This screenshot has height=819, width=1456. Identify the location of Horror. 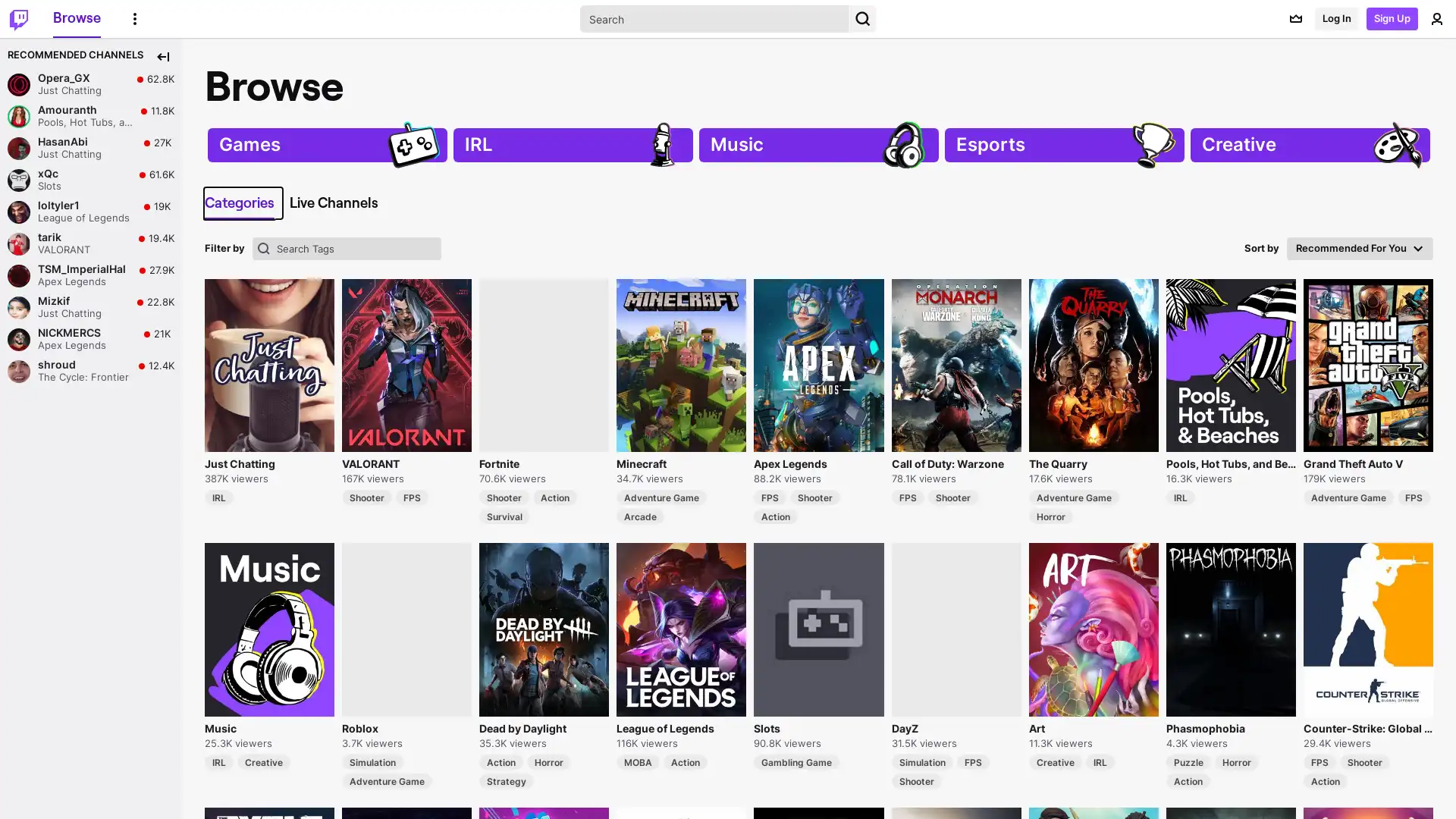
(548, 762).